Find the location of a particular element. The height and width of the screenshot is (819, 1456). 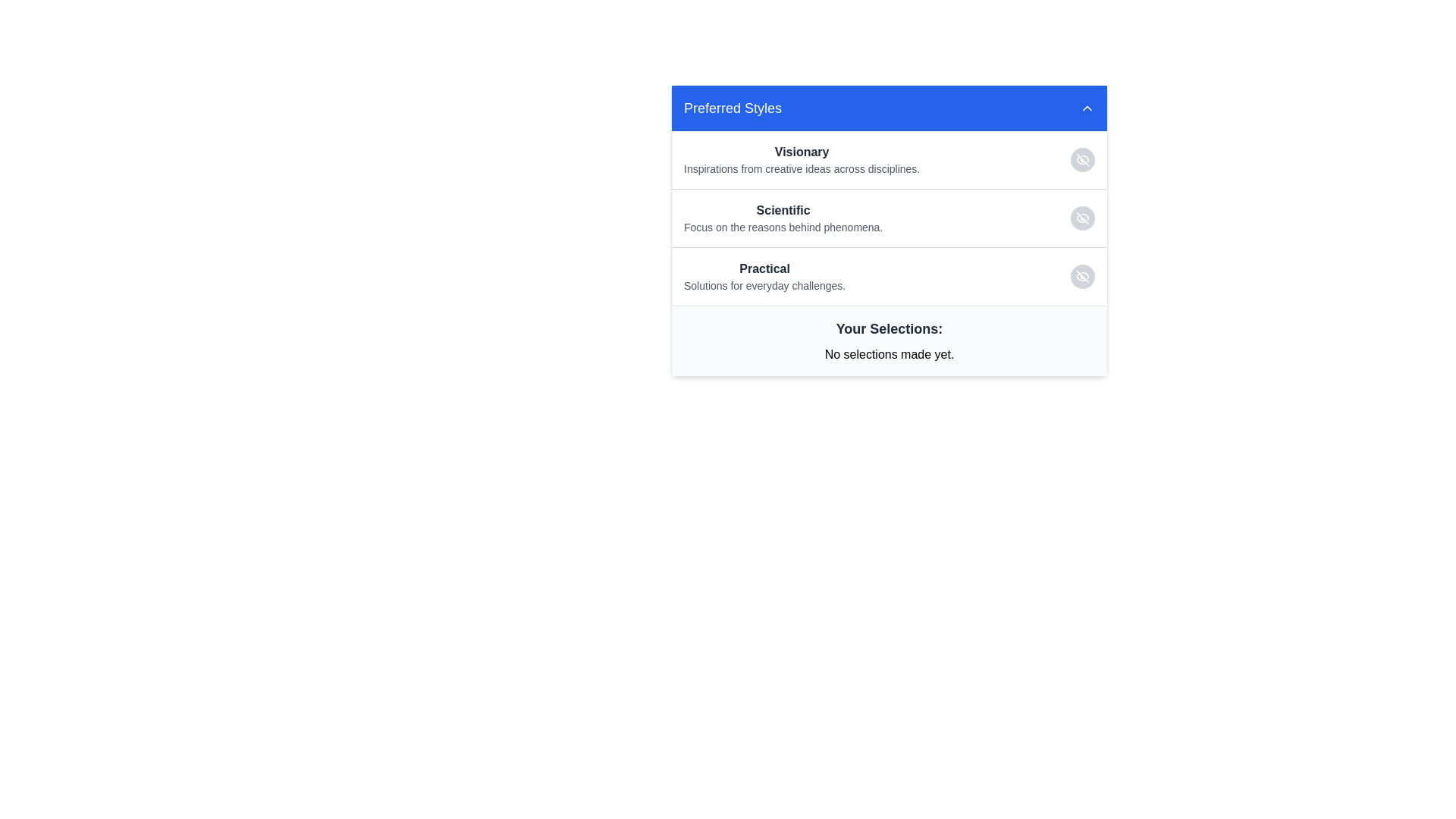

the text label reading 'Visionary', which is styled with a bold font weight and dark gray color, positioned at the top of the section labeled 'Preferred Styles' is located at coordinates (801, 152).